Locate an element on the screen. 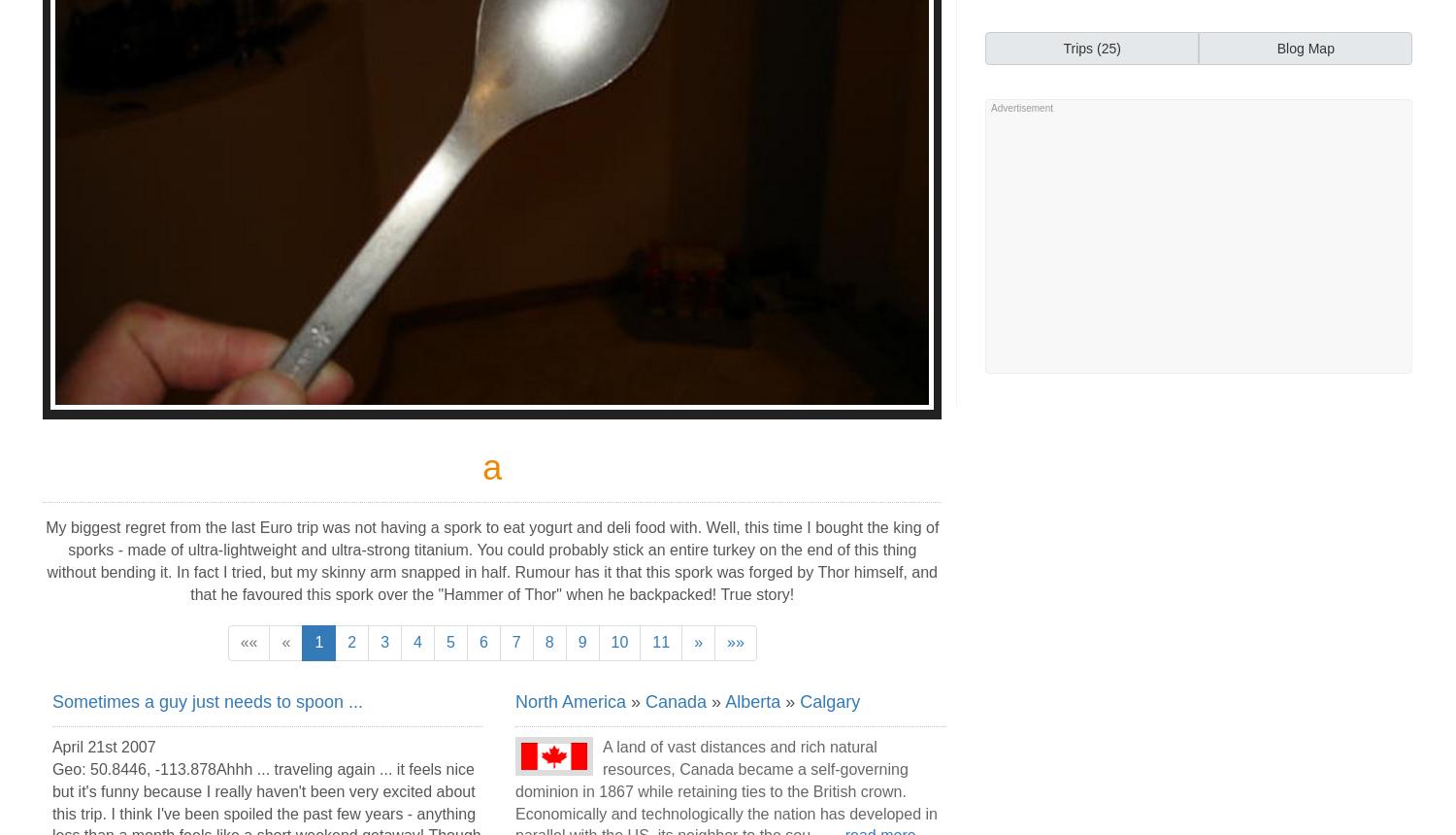  'Canada' is located at coordinates (675, 701).